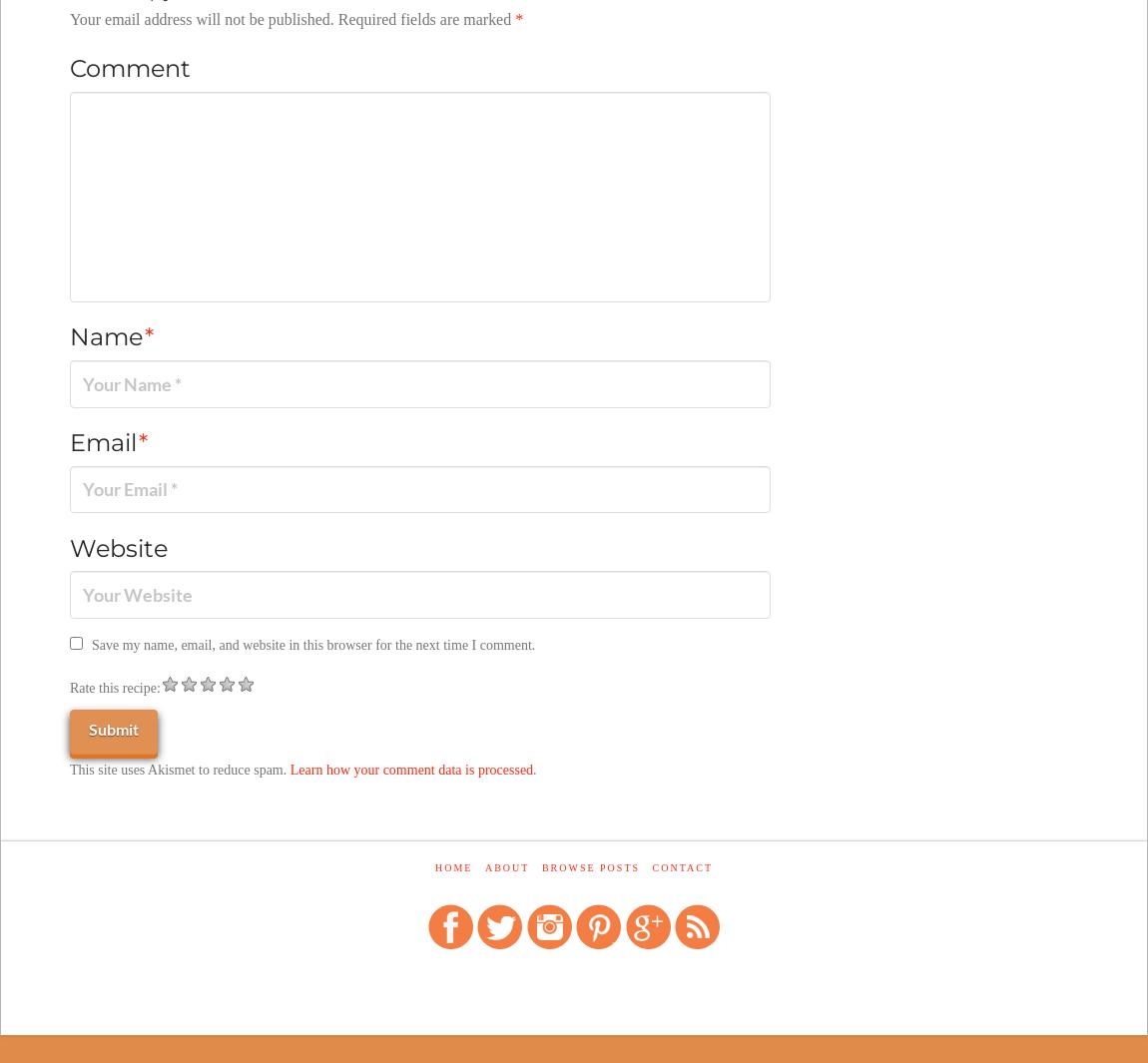 Image resolution: width=1148 pixels, height=1063 pixels. I want to click on 'Comment', so click(128, 66).